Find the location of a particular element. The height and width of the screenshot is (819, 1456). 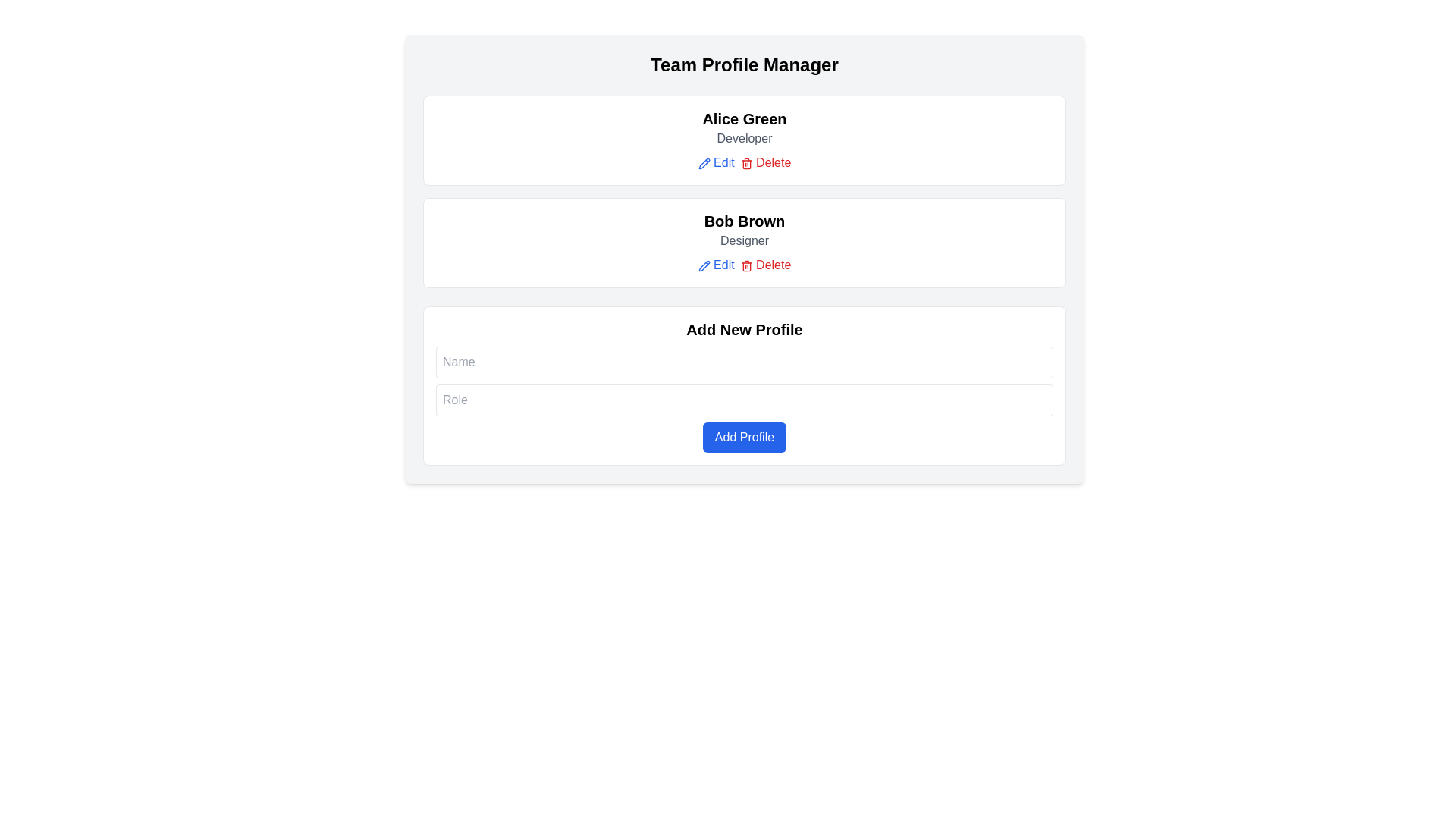

the delete icon representing the trash can action for 'Bob Brown - Designer' is located at coordinates (746, 265).